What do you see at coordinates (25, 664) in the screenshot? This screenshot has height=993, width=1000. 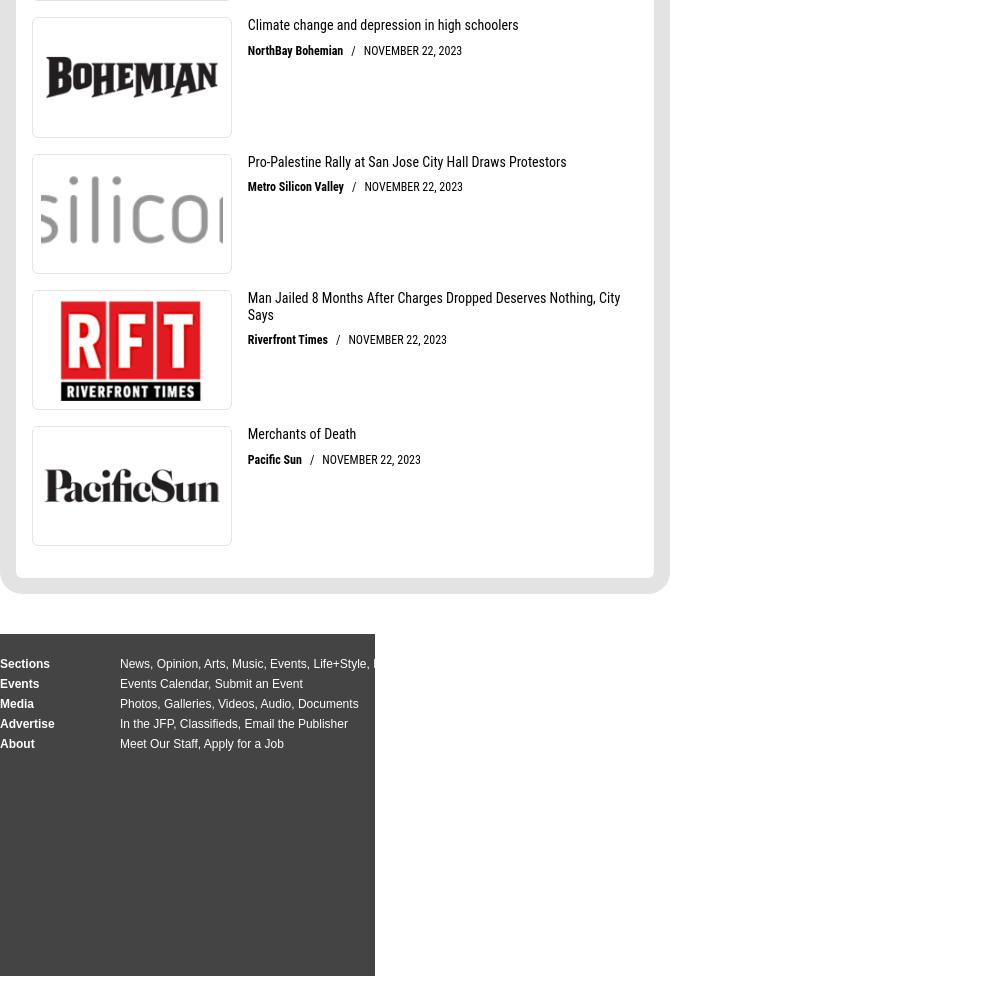 I see `'Sections'` at bounding box center [25, 664].